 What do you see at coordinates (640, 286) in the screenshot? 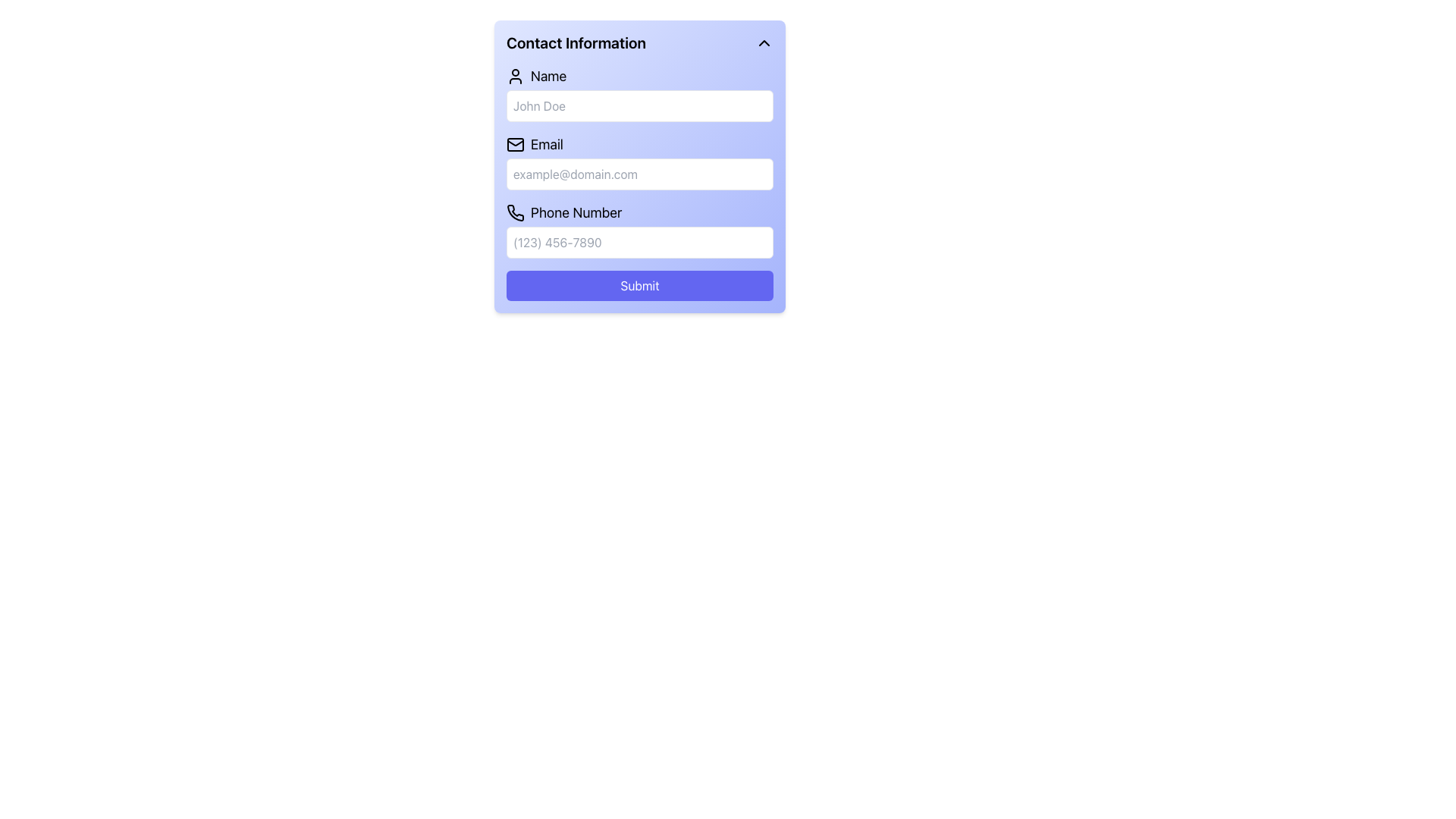
I see `the 'Submit' button, which is a rectangular button with rounded edges, a blue background, and white text` at bounding box center [640, 286].